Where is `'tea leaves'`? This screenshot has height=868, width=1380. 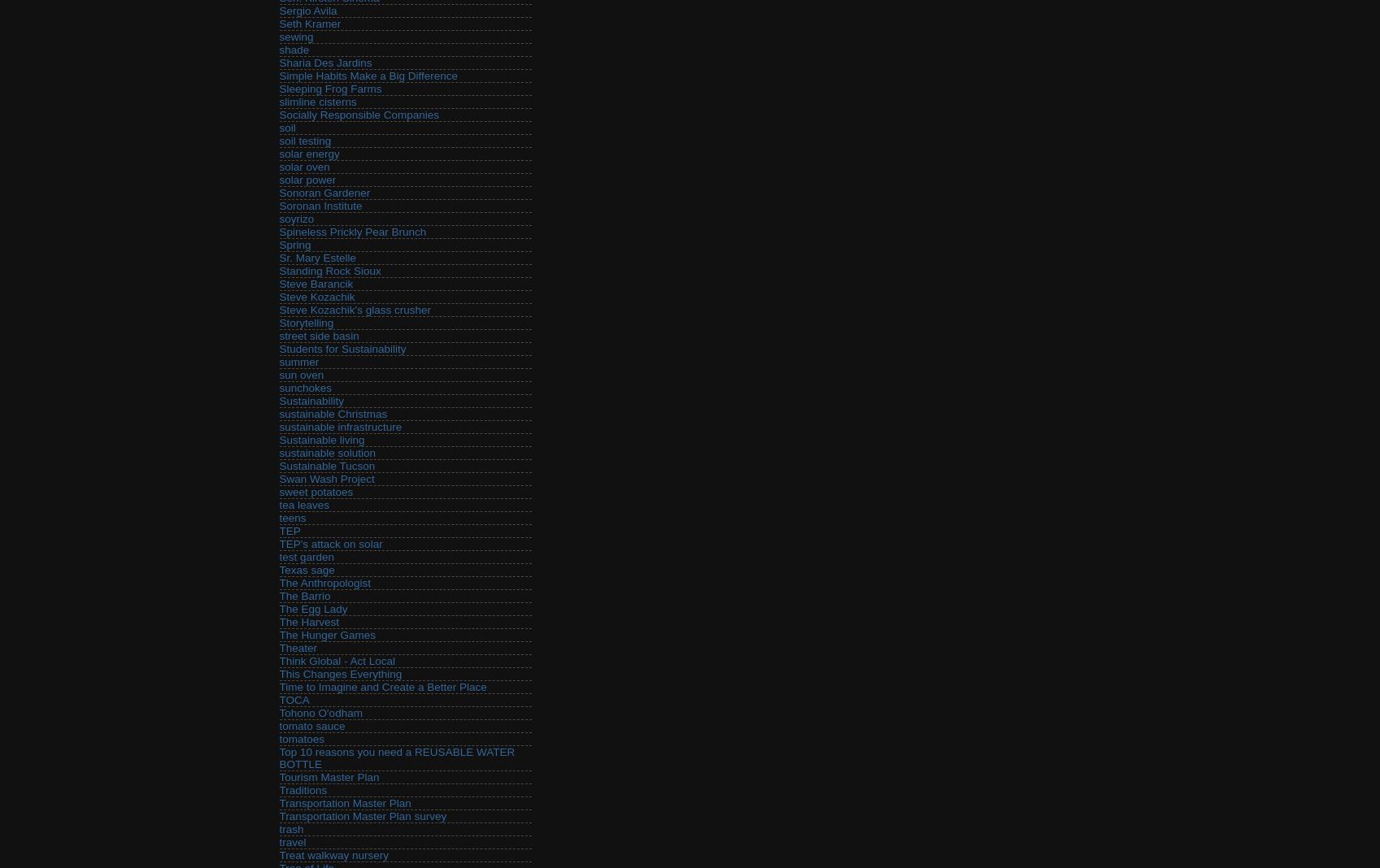 'tea leaves' is located at coordinates (304, 504).